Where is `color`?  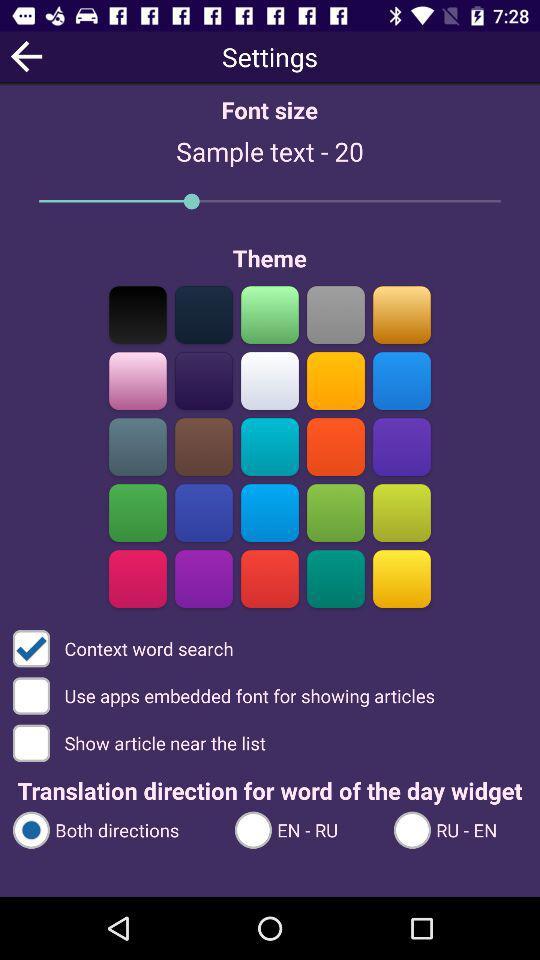 color is located at coordinates (137, 578).